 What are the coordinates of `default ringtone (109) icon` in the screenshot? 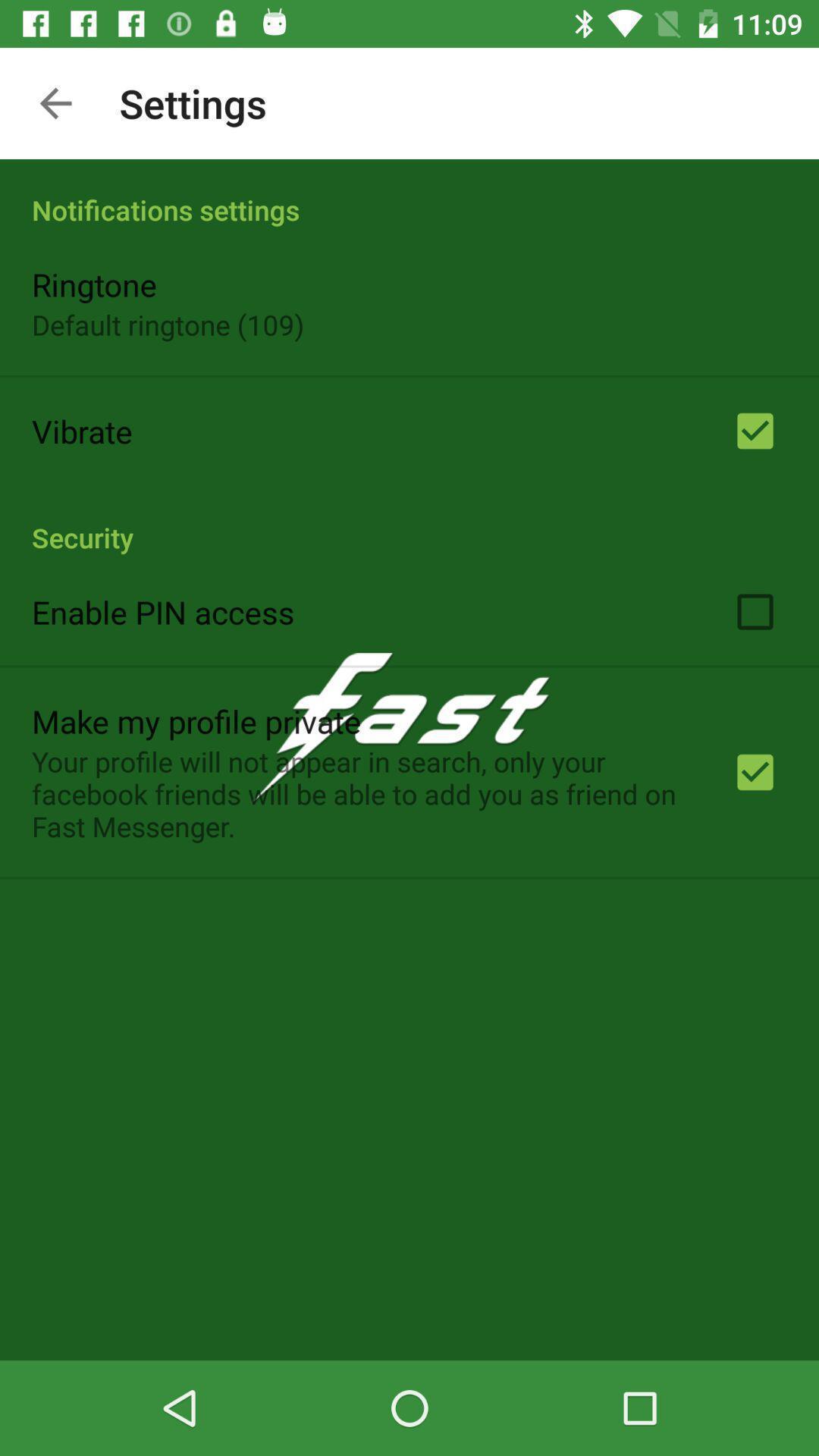 It's located at (168, 324).